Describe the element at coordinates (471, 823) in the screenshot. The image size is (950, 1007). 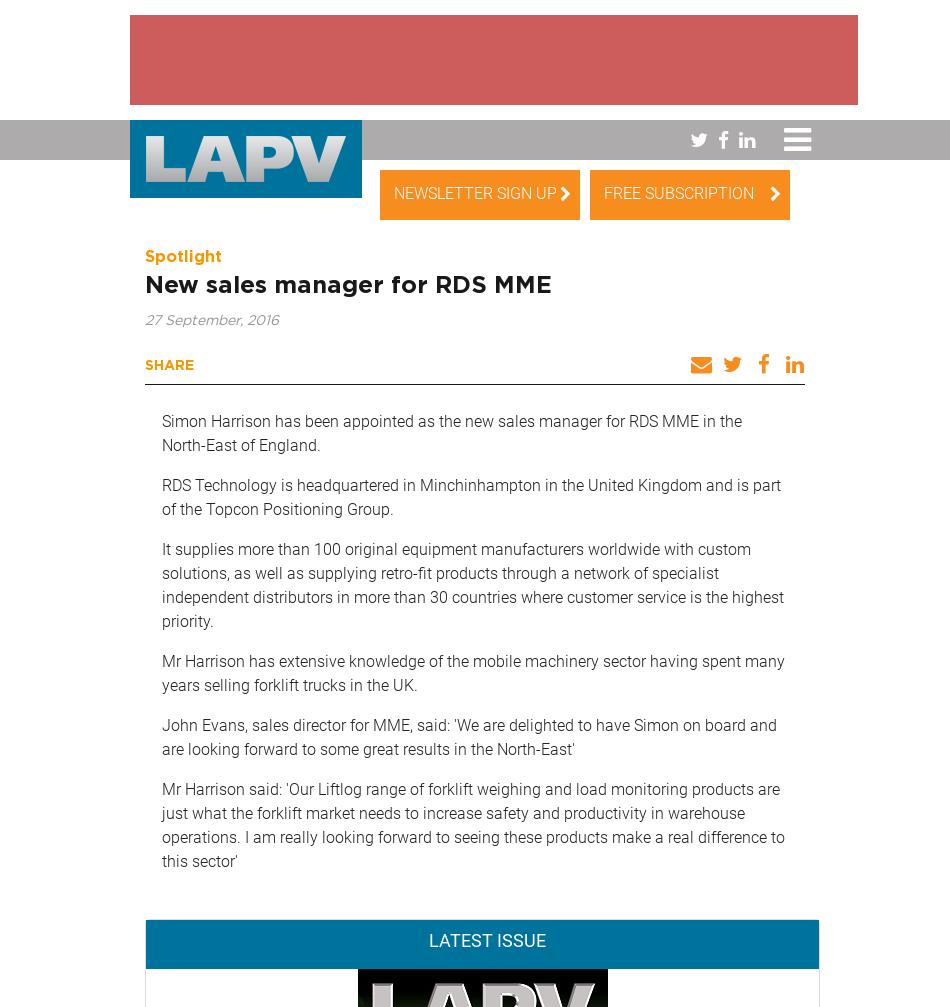
I see `'Mr Harrison said: 'Our Liftlog range of forklift weighing and load monitoring products are just what the forklift market needs to increase safety and productivity in warehouse operations. I am really looking forward to seeing these products make a real difference to this sector''` at that location.